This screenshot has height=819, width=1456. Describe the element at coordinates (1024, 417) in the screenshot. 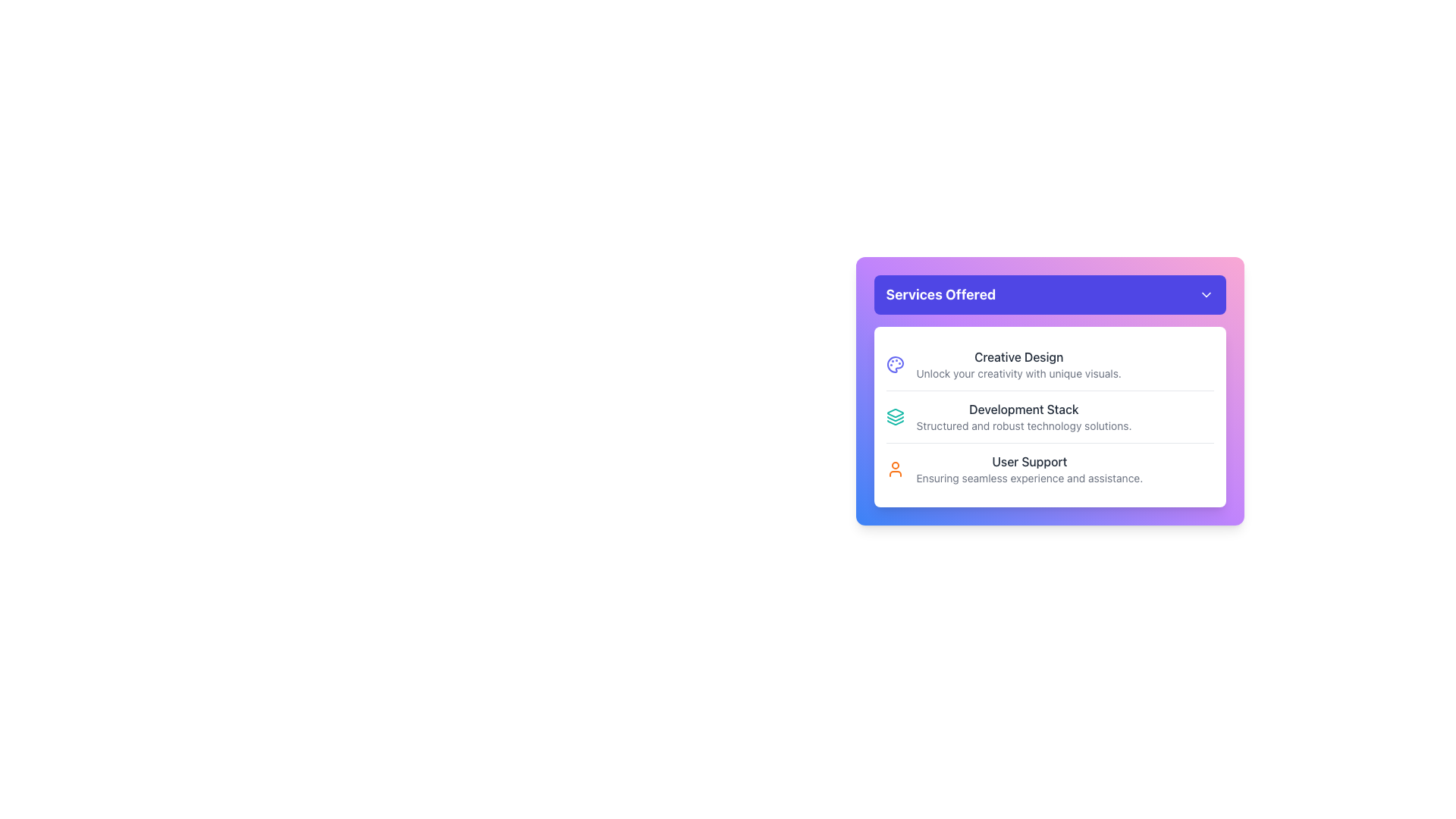

I see `information text from the 'Development Stack' text block, which is the second item under the 'Services Offered' section` at that location.